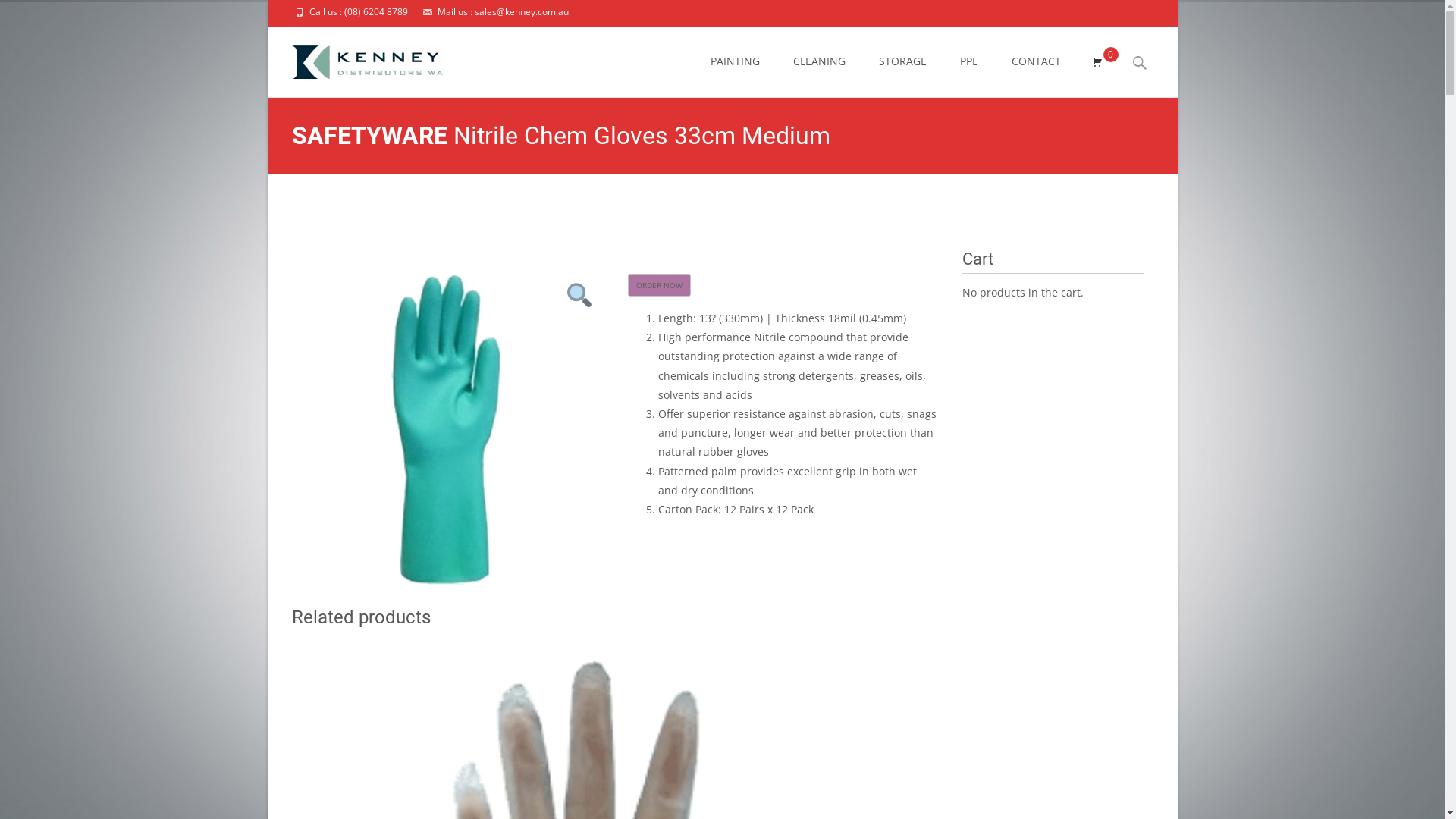  What do you see at coordinates (877, 61) in the screenshot?
I see `'STORAGE'` at bounding box center [877, 61].